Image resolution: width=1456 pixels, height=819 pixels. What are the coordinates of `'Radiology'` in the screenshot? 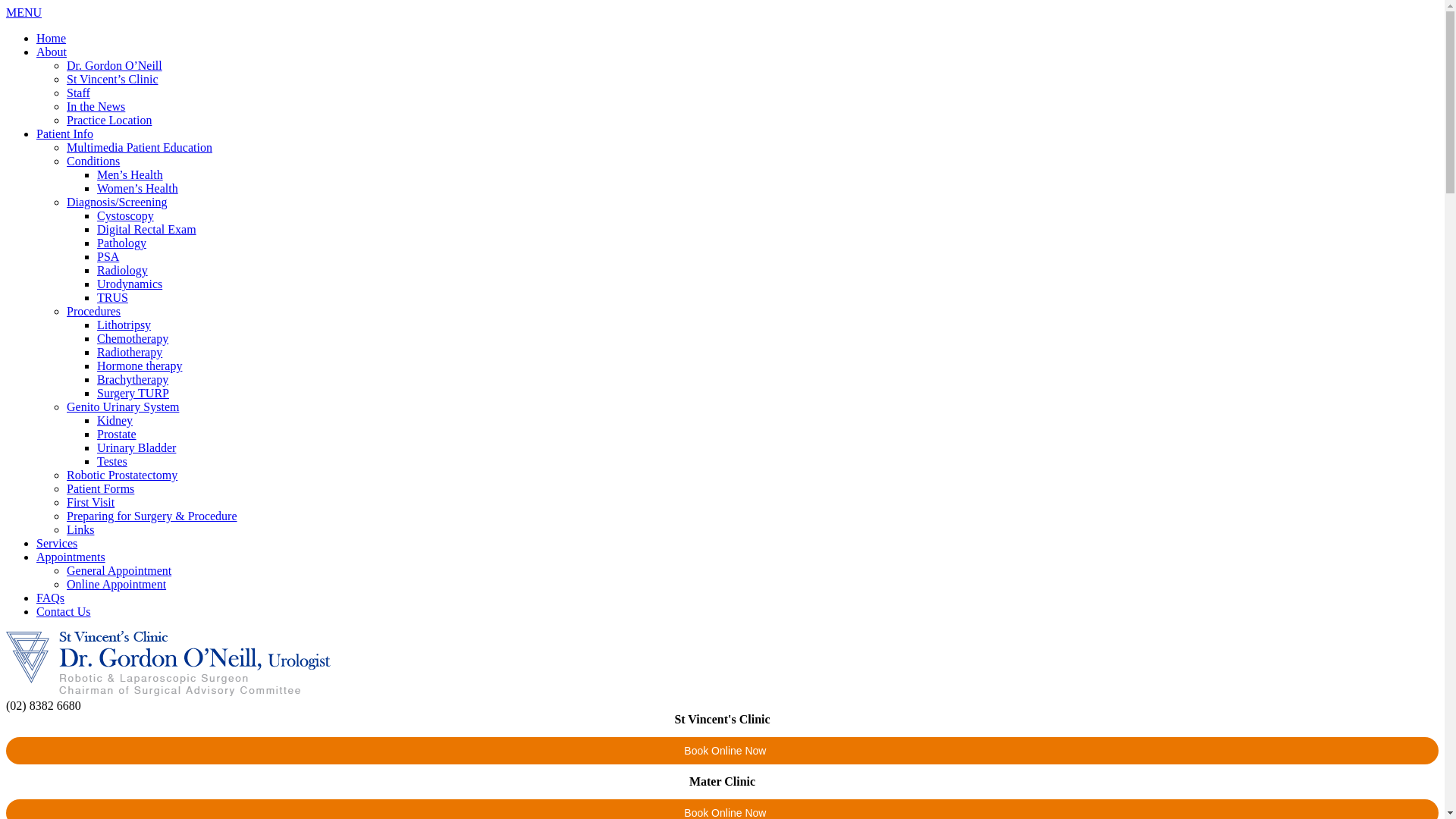 It's located at (122, 269).